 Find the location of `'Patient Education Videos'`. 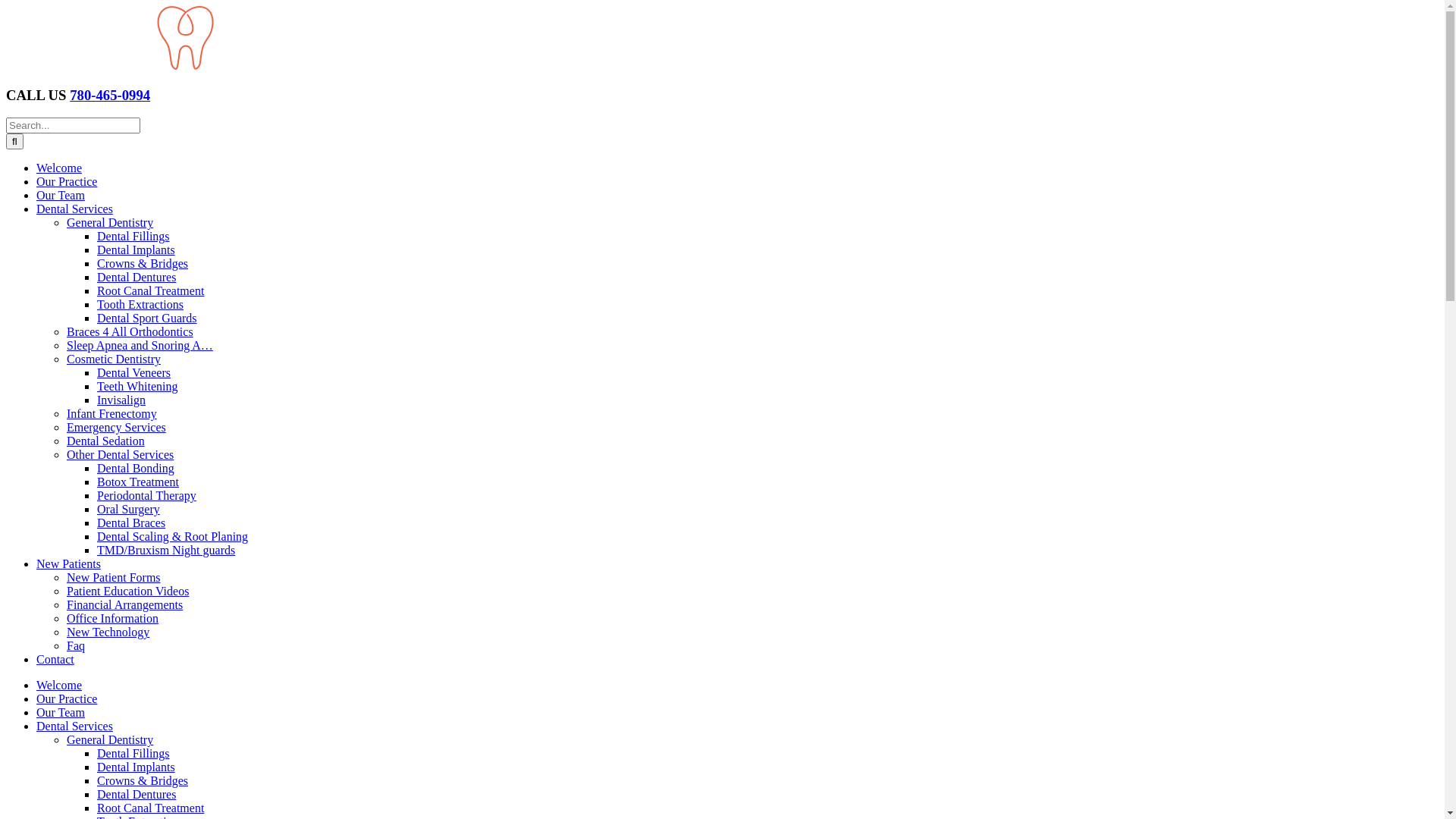

'Patient Education Videos' is located at coordinates (127, 590).